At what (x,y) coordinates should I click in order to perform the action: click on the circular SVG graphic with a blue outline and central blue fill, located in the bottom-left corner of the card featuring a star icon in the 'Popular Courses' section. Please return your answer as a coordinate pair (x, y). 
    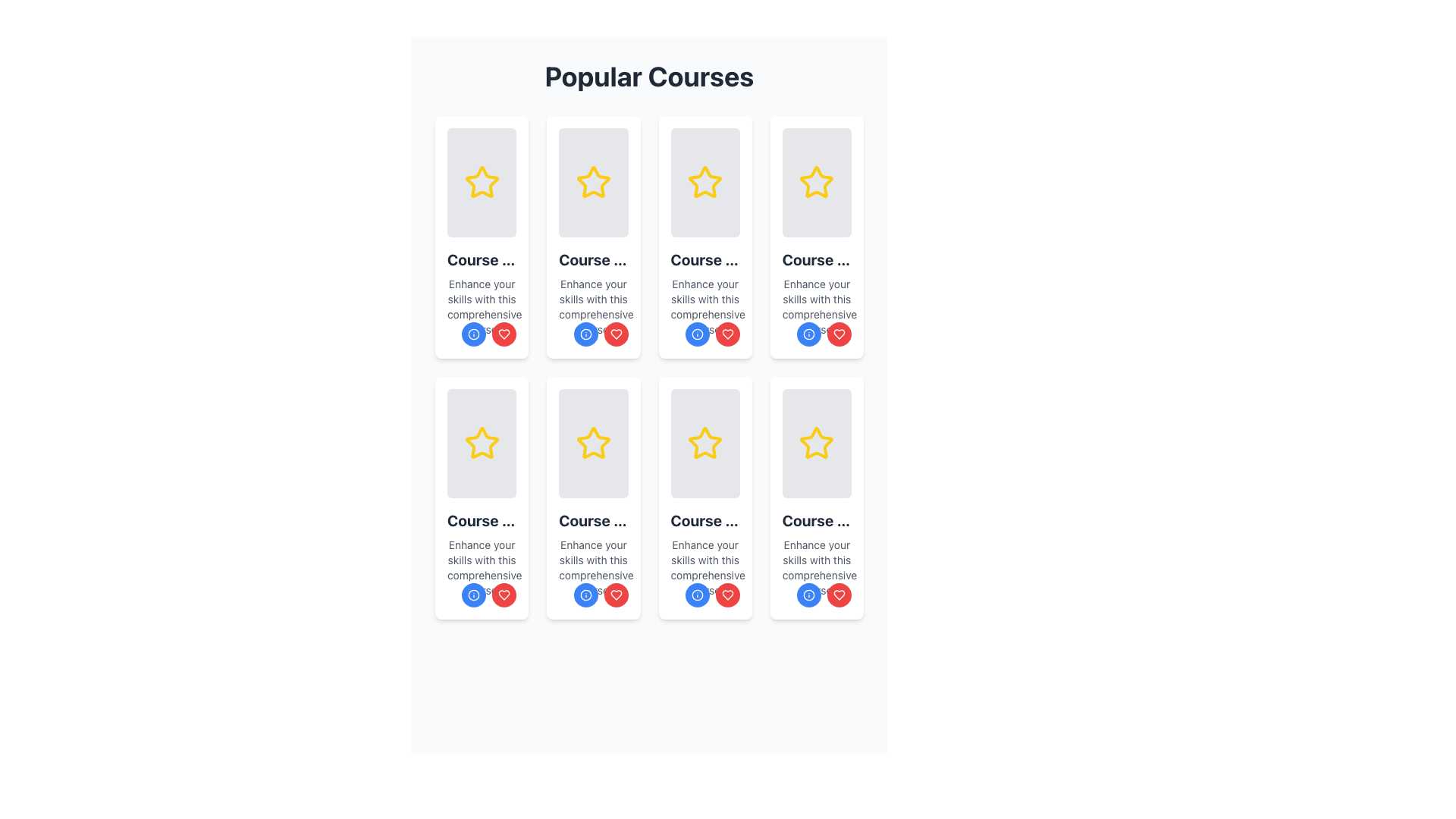
    Looking at the image, I should click on (585, 333).